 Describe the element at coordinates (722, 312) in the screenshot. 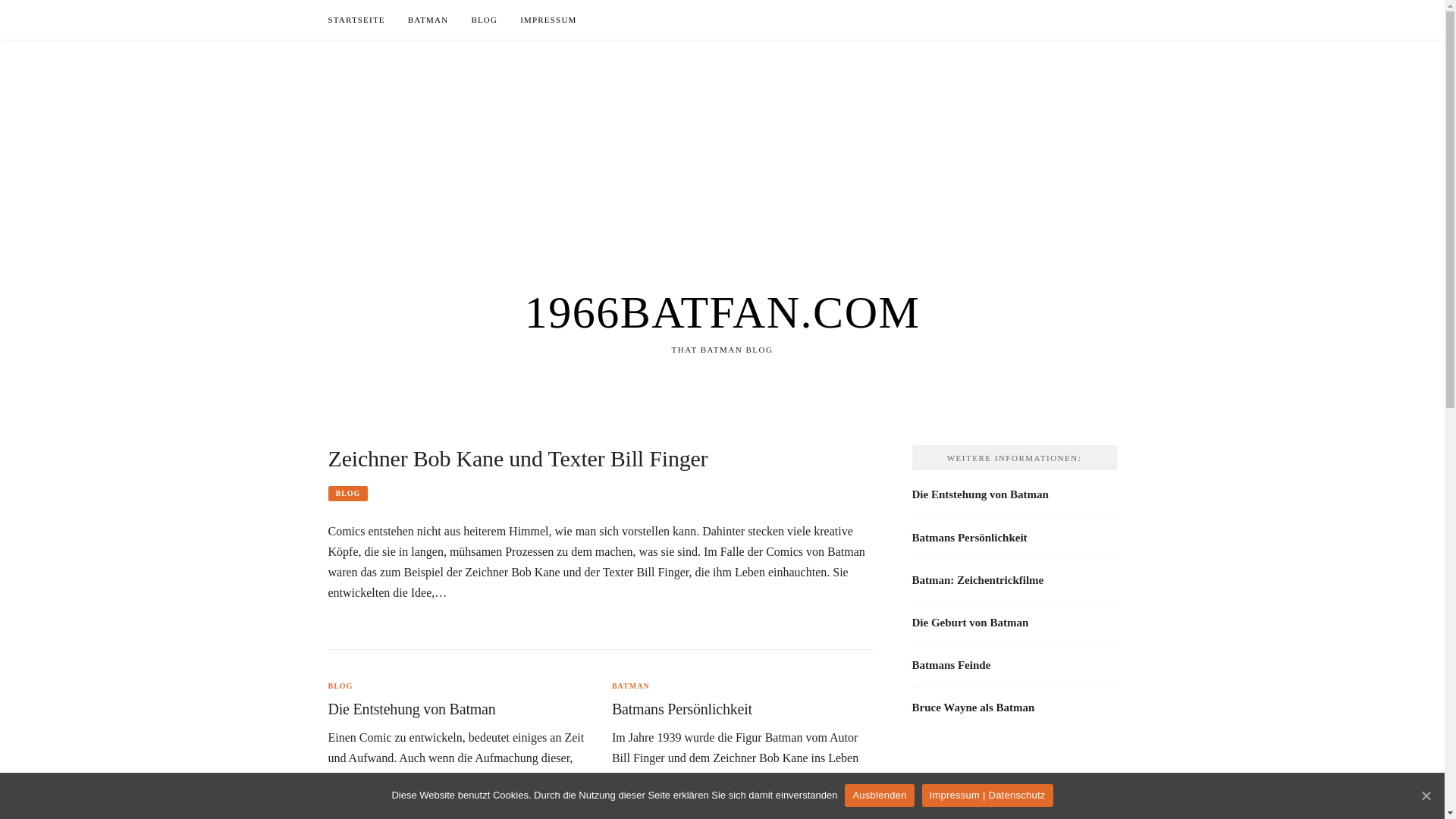

I see `'1966BATFAN.COM'` at that location.